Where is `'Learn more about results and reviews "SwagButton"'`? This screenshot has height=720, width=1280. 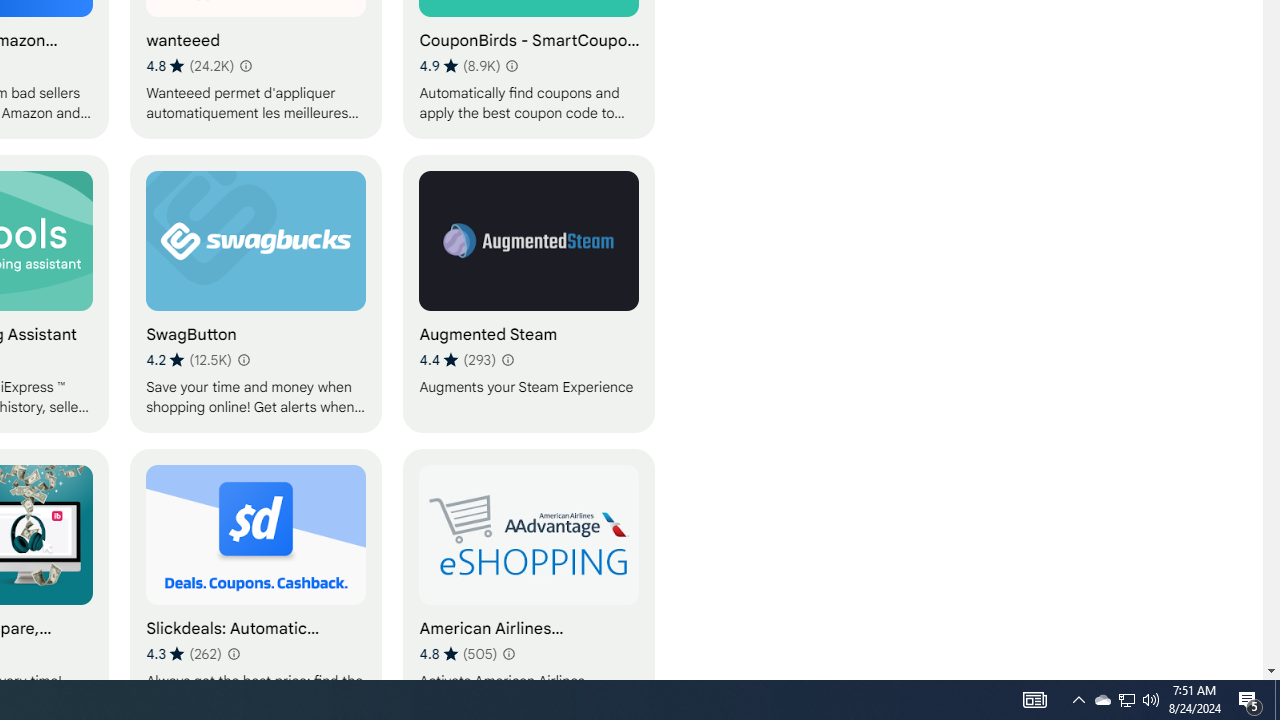
'Learn more about results and reviews "SwagButton"' is located at coordinates (242, 360).